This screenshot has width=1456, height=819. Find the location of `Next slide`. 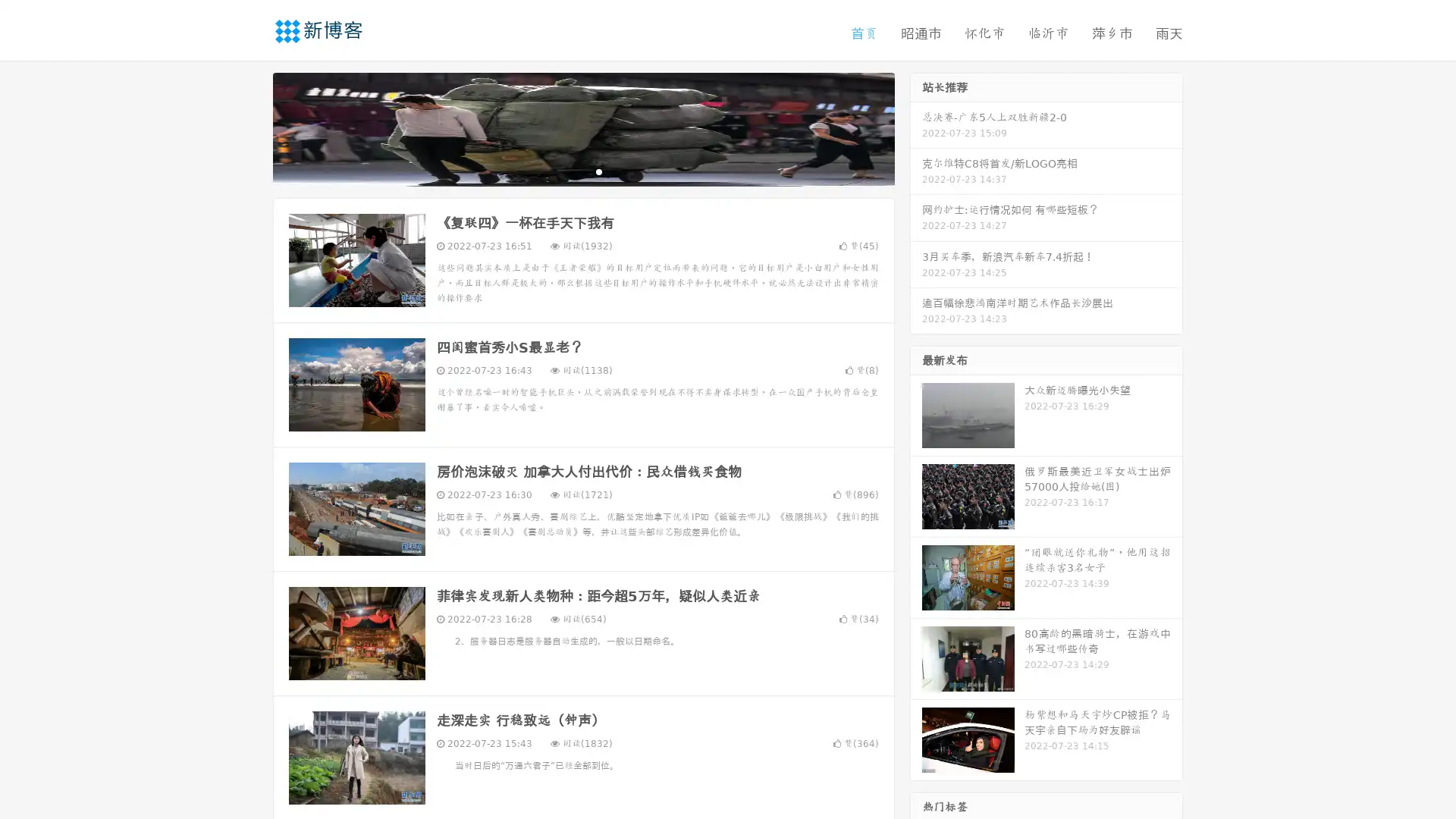

Next slide is located at coordinates (916, 127).